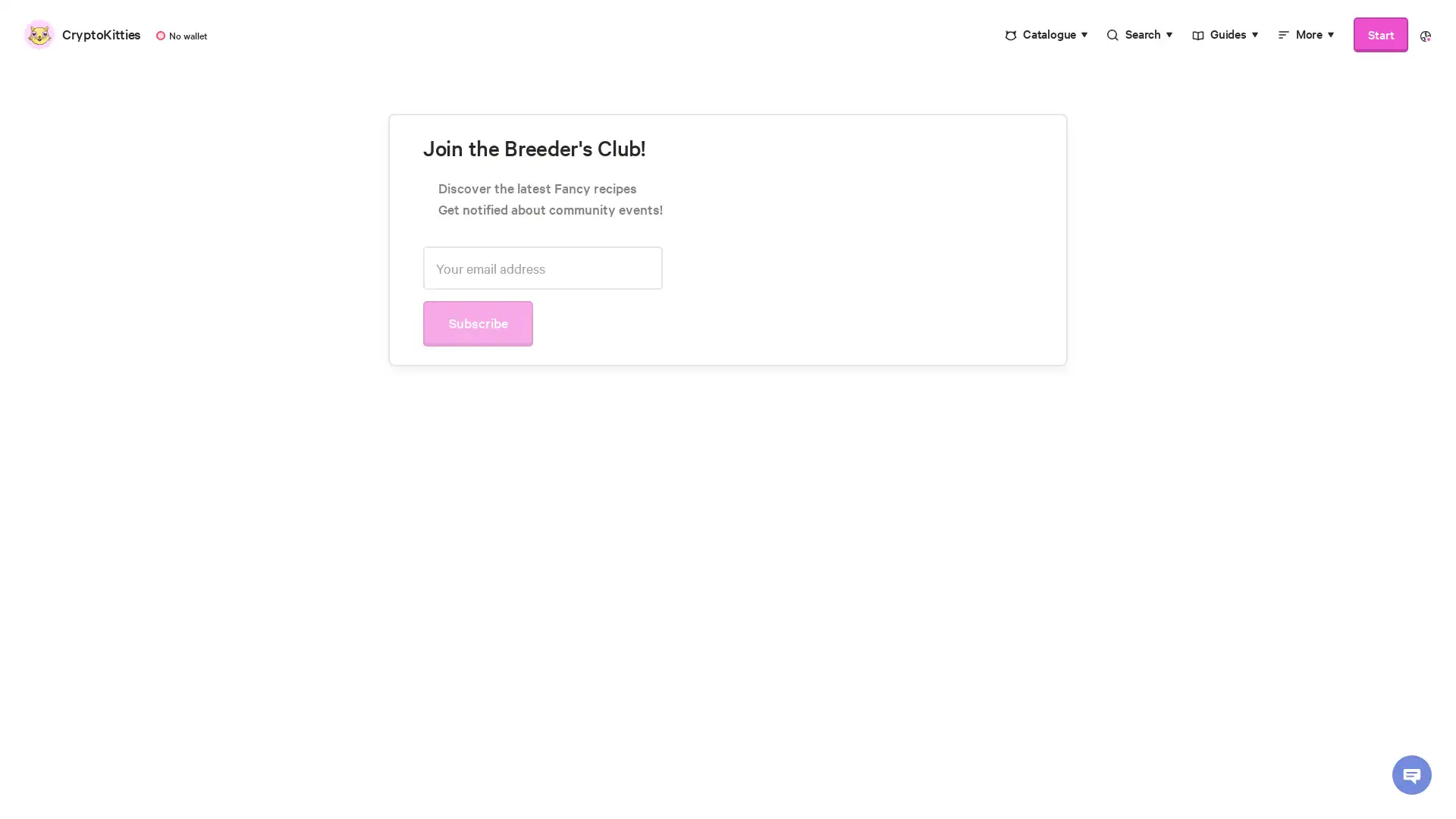 The height and width of the screenshot is (819, 1456). I want to click on Start, so click(1380, 34).